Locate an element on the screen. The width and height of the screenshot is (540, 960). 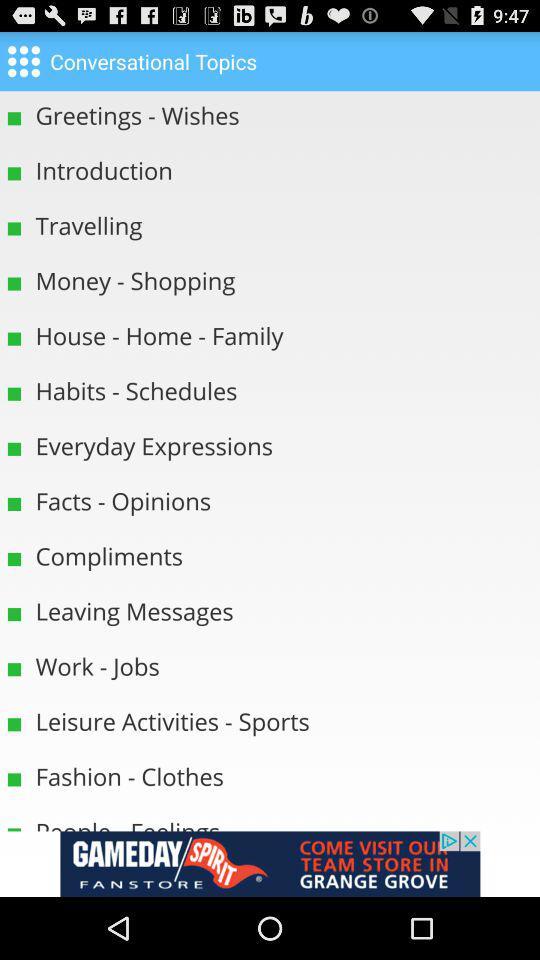
to view main menu is located at coordinates (22, 59).